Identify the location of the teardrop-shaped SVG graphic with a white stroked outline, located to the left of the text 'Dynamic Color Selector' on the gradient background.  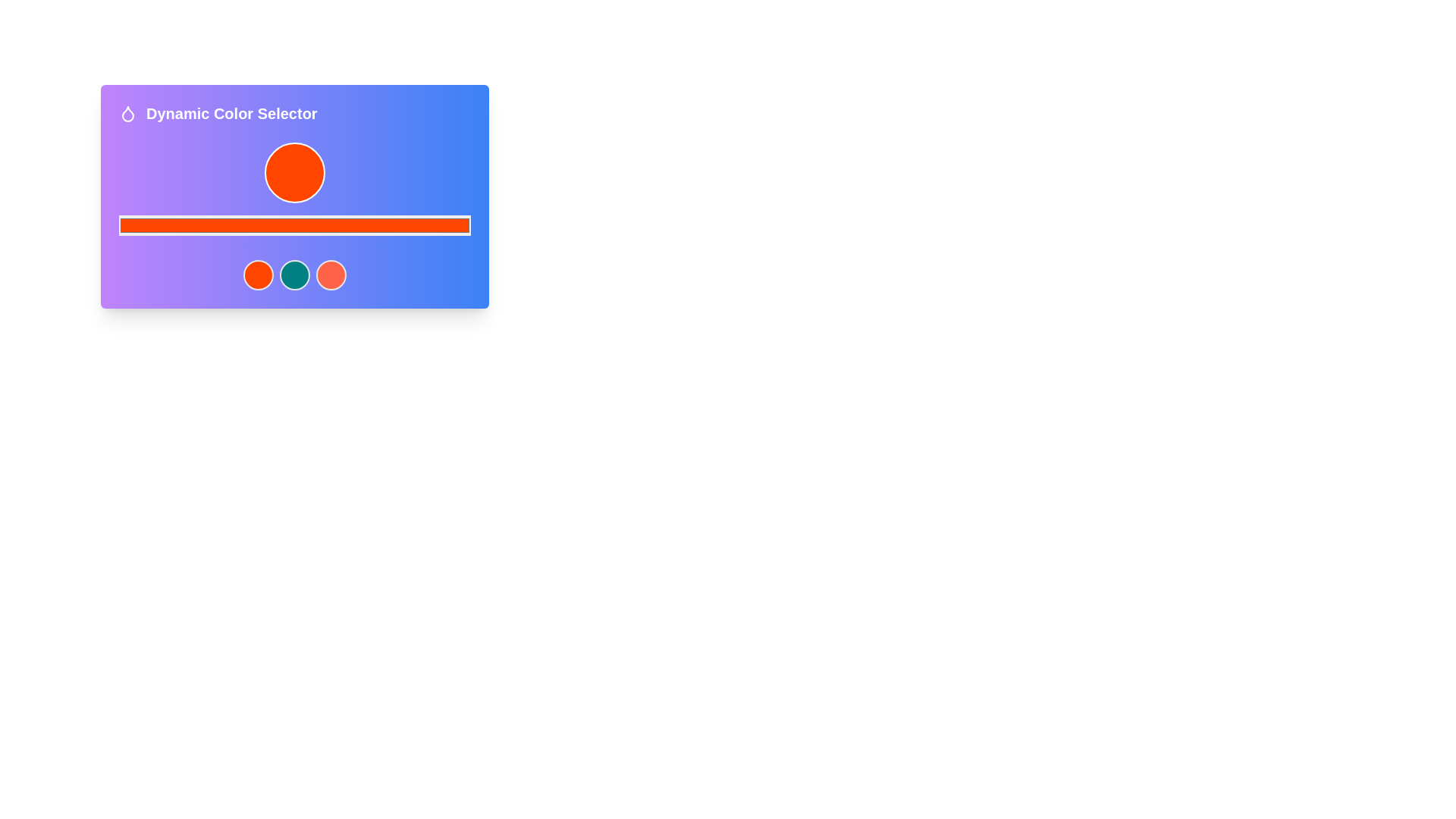
(127, 113).